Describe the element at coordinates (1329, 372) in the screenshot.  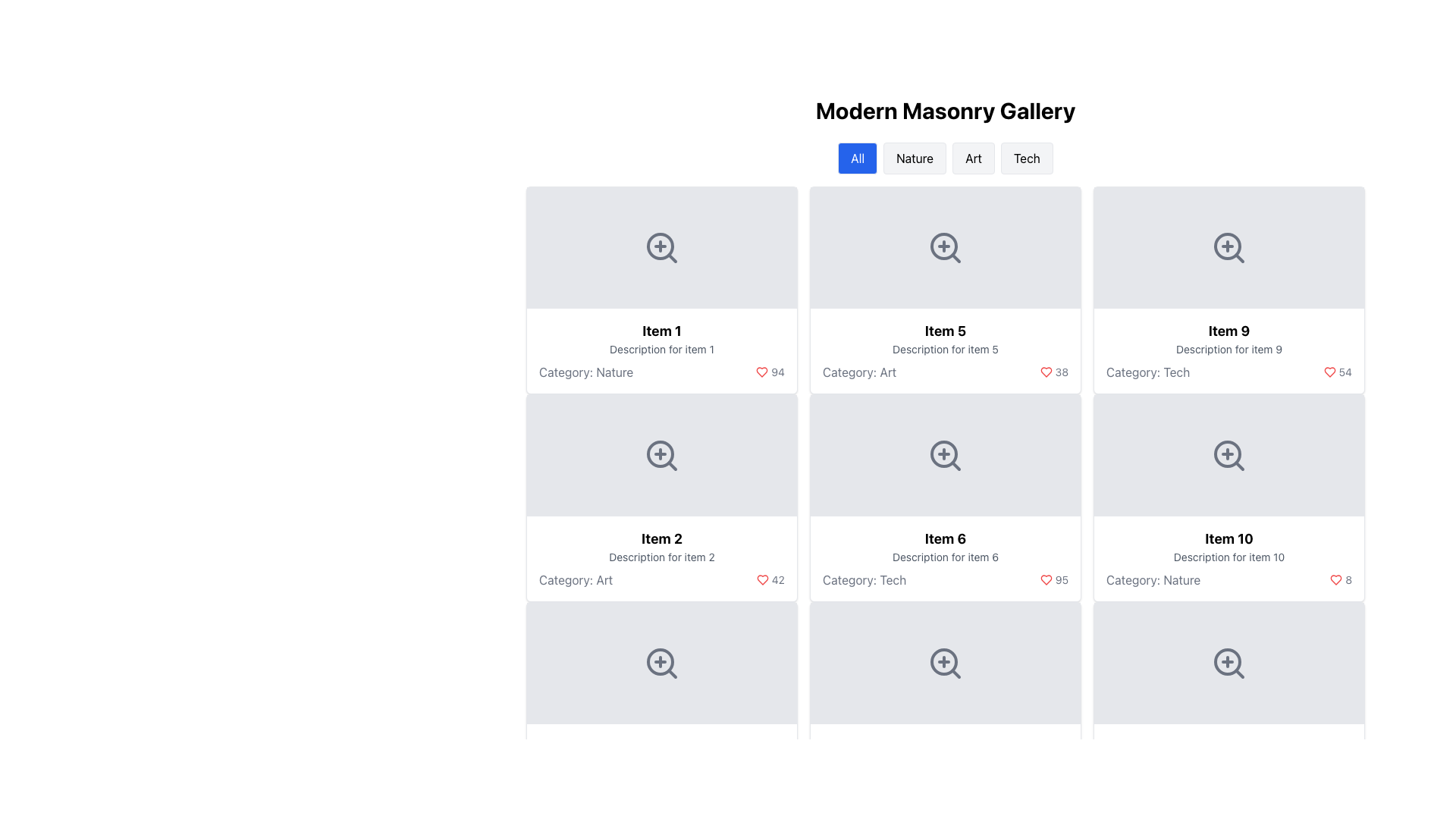
I see `the small red heart icon located in the details section of 'Item 9' to express liking for the item` at that location.